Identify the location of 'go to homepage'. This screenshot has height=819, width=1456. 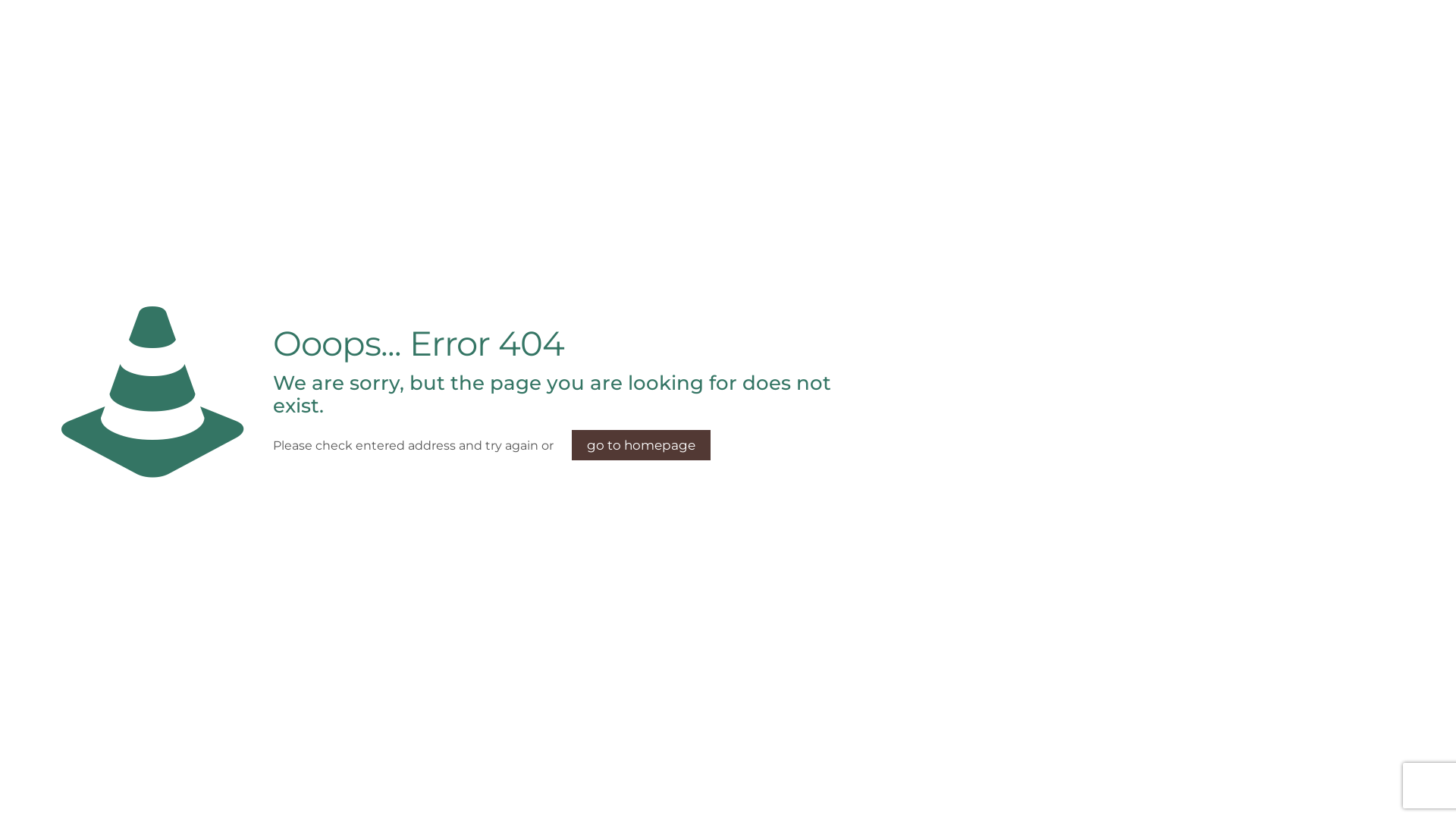
(570, 444).